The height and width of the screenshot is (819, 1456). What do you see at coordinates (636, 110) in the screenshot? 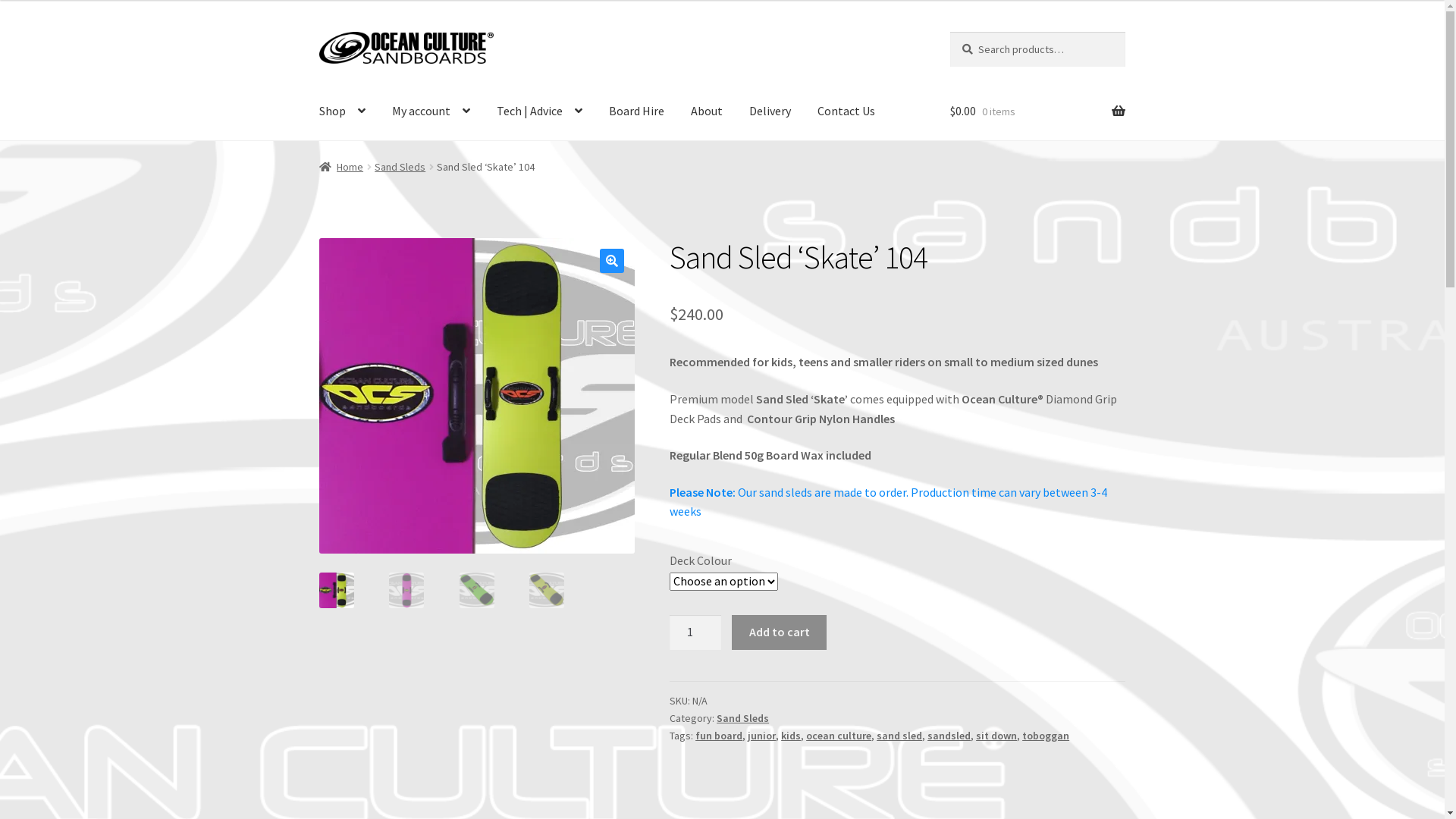
I see `'Board Hire'` at bounding box center [636, 110].